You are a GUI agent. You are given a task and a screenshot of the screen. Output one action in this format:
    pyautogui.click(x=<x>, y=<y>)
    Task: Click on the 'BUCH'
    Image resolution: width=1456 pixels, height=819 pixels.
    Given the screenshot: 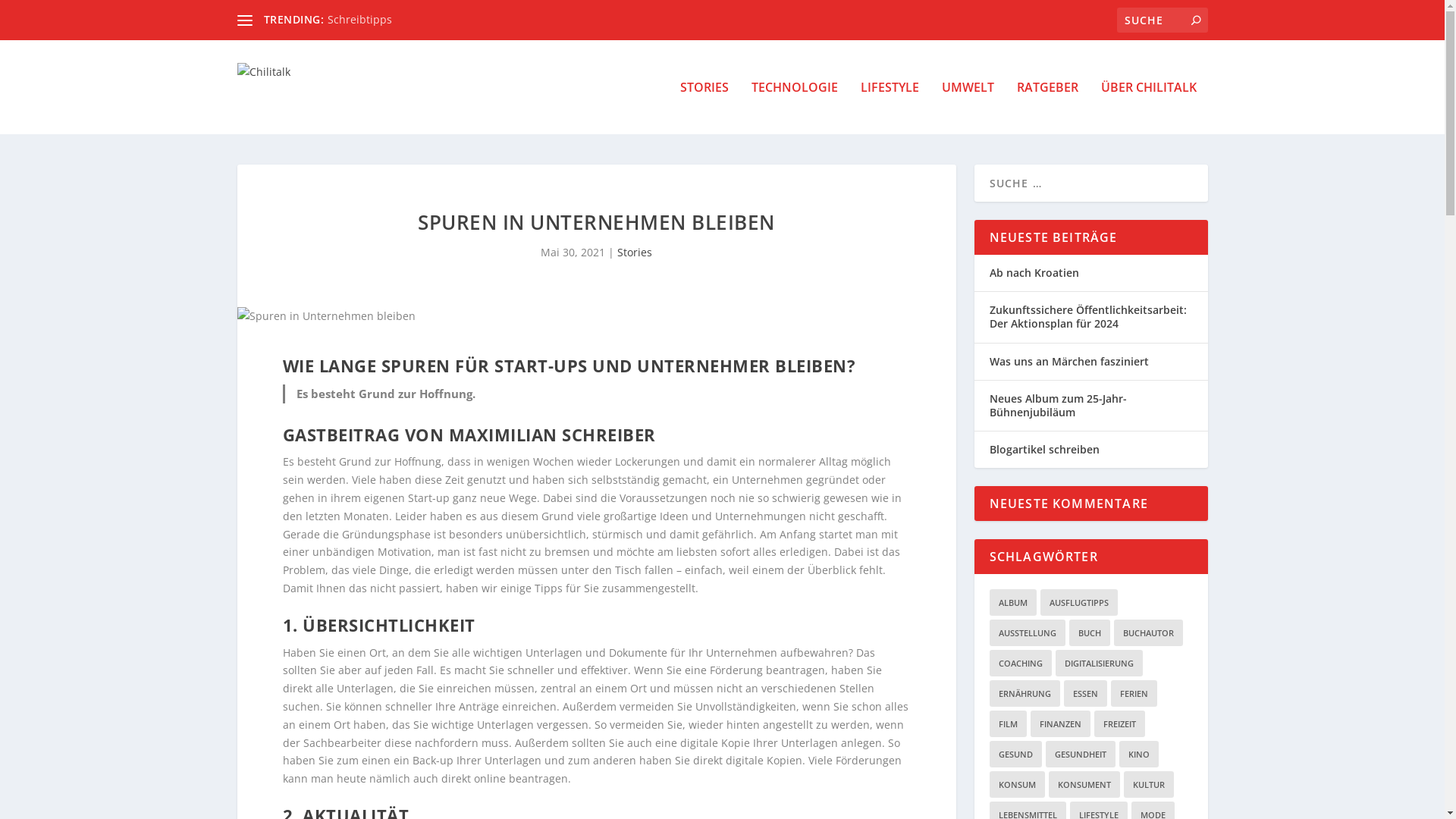 What is the action you would take?
    pyautogui.click(x=1088, y=632)
    